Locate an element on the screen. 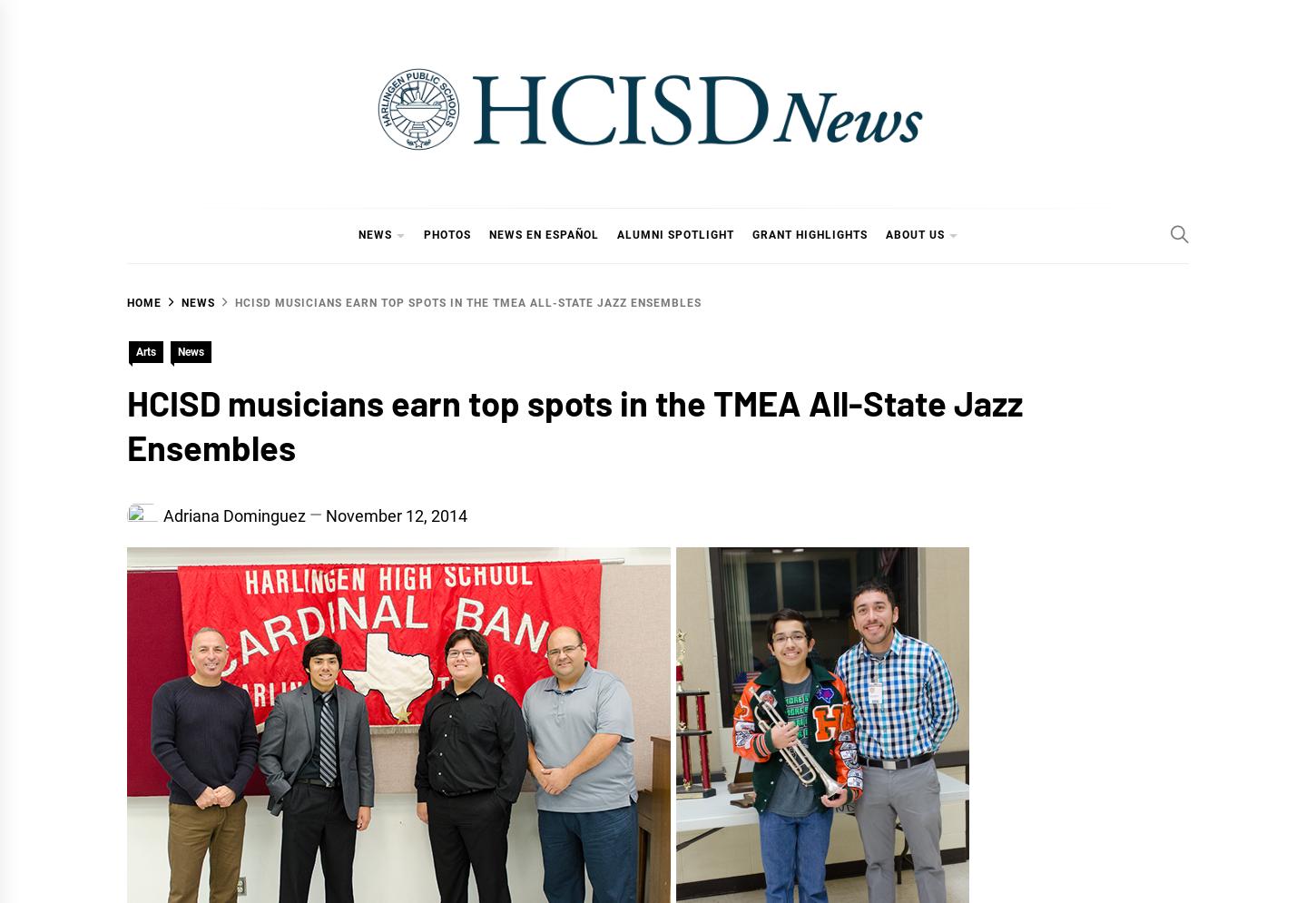  'Public Relations and Community Engagement' is located at coordinates (830, 361).